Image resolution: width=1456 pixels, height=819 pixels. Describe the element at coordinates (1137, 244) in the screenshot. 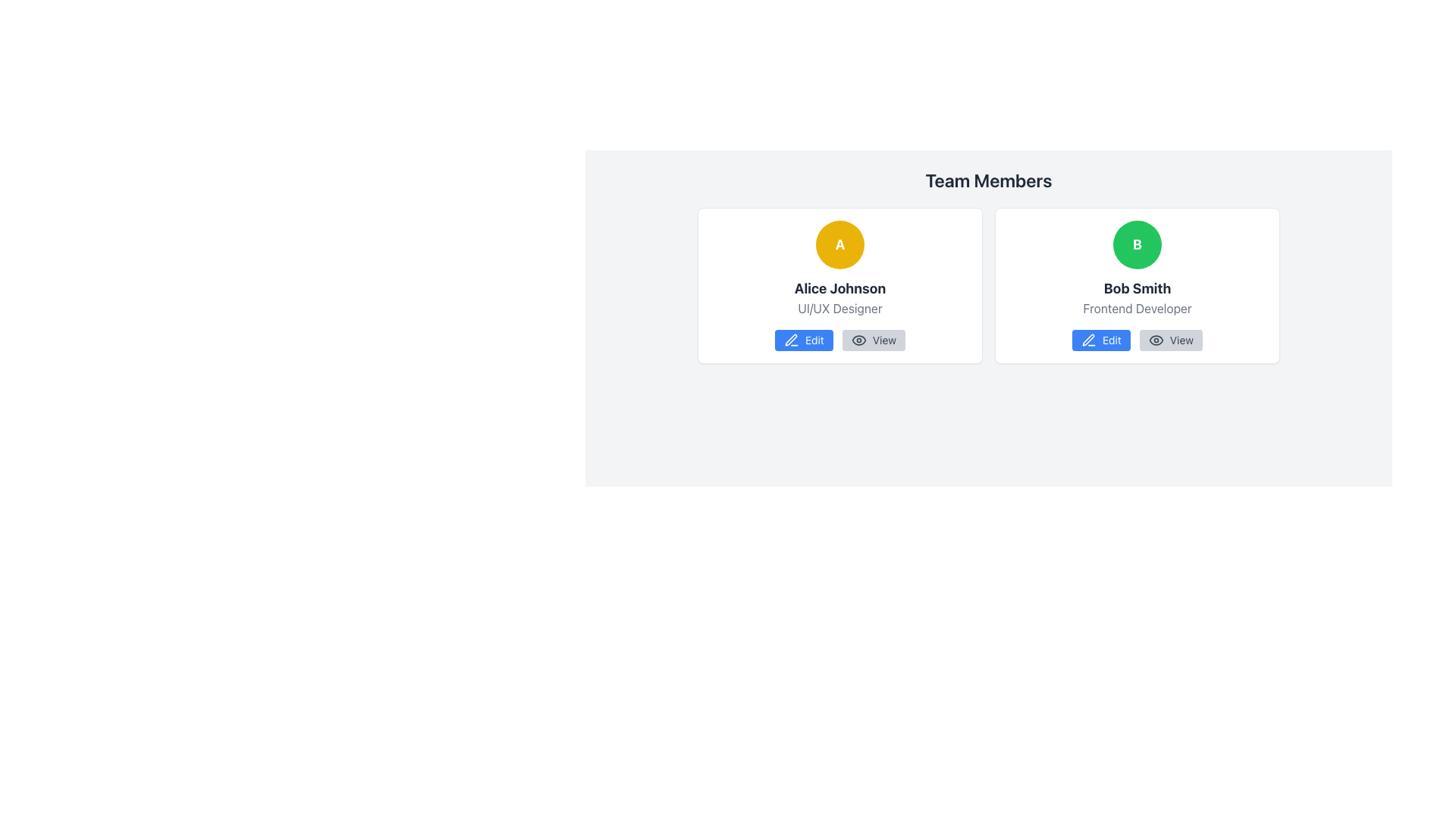

I see `the Badge representing the user 'Bob Smith', which is positioned at the top-center of the card section containing the user's name and title` at that location.